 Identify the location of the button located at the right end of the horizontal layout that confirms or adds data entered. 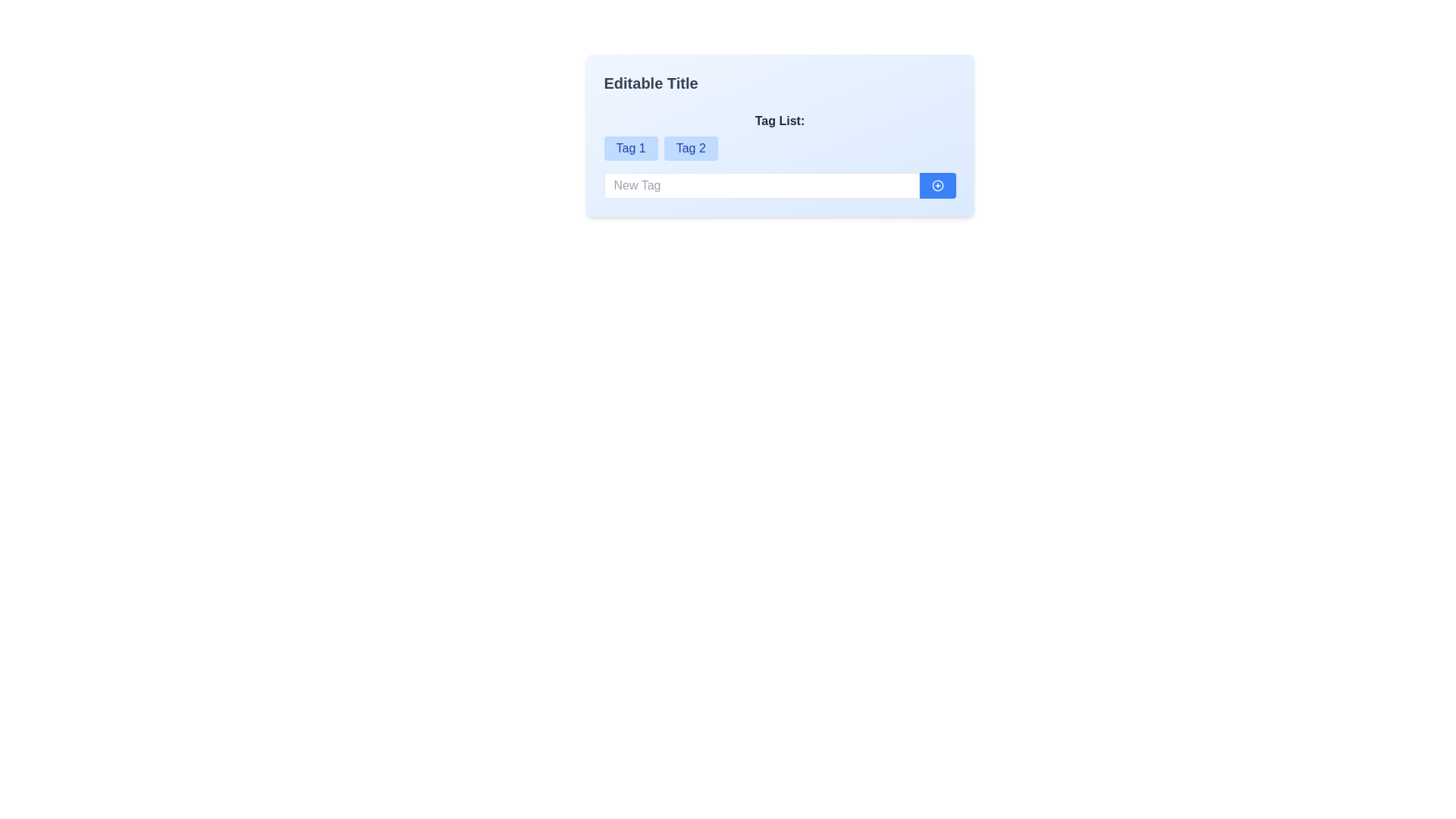
(937, 185).